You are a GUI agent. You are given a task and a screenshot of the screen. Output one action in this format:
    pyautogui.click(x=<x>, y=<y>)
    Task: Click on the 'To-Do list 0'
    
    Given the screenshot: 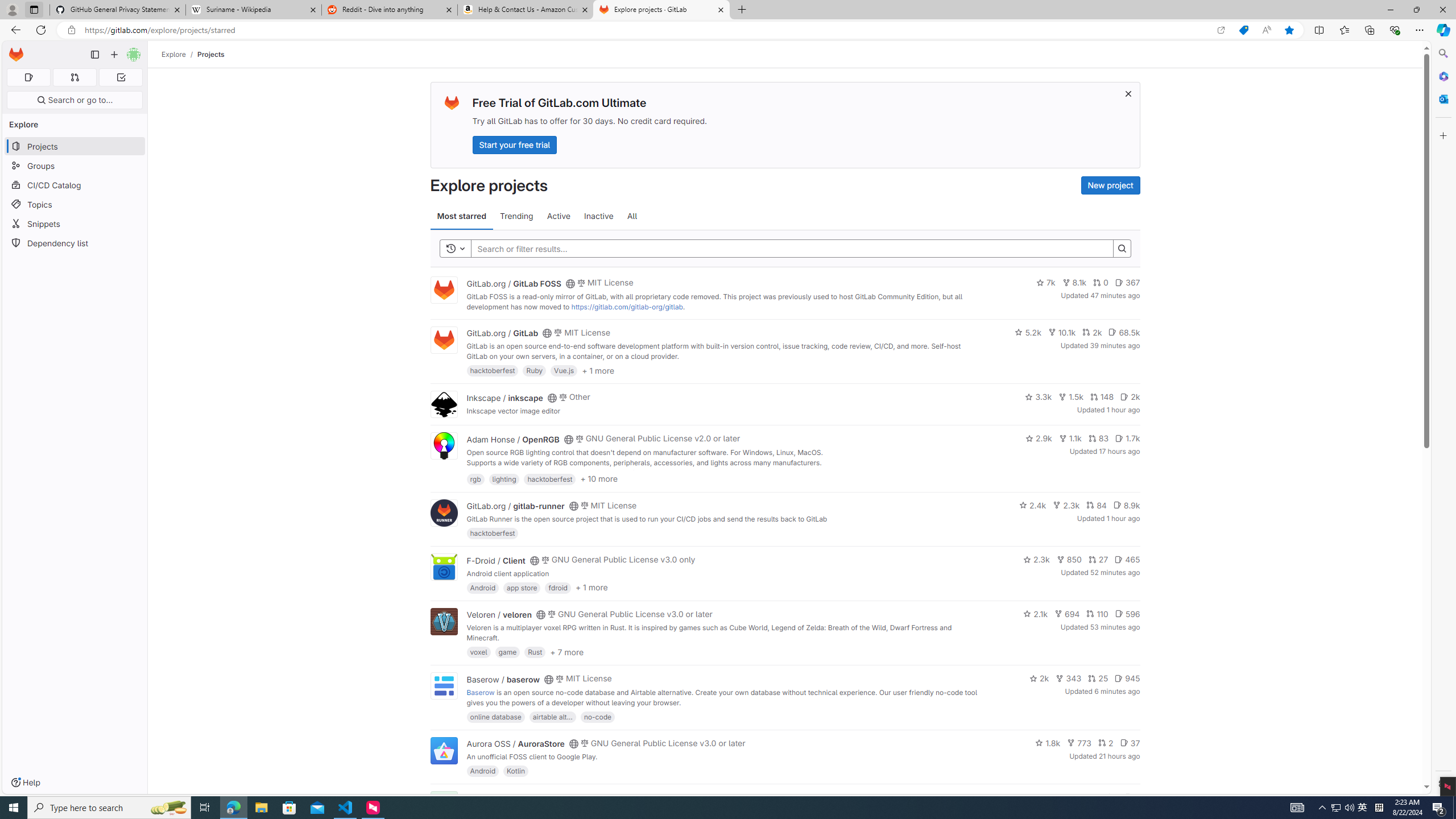 What is the action you would take?
    pyautogui.click(x=120, y=77)
    